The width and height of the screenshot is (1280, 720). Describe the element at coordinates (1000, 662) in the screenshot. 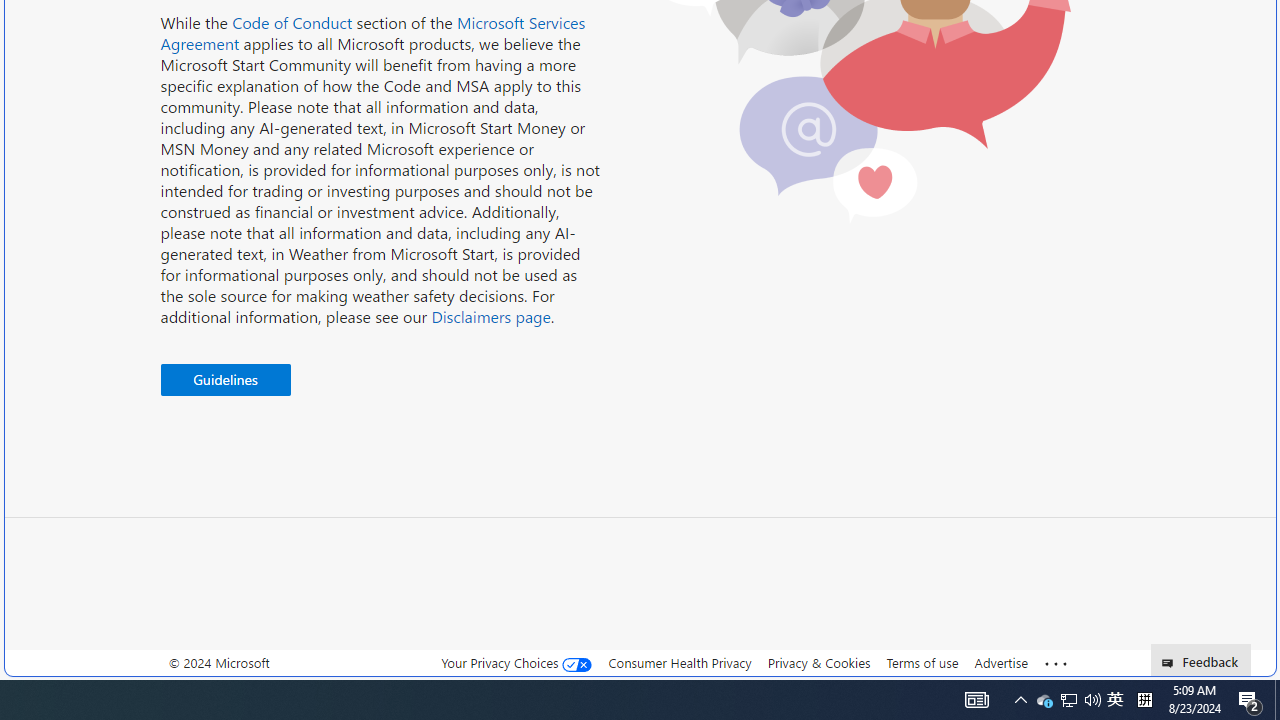

I see `'Advertise'` at that location.